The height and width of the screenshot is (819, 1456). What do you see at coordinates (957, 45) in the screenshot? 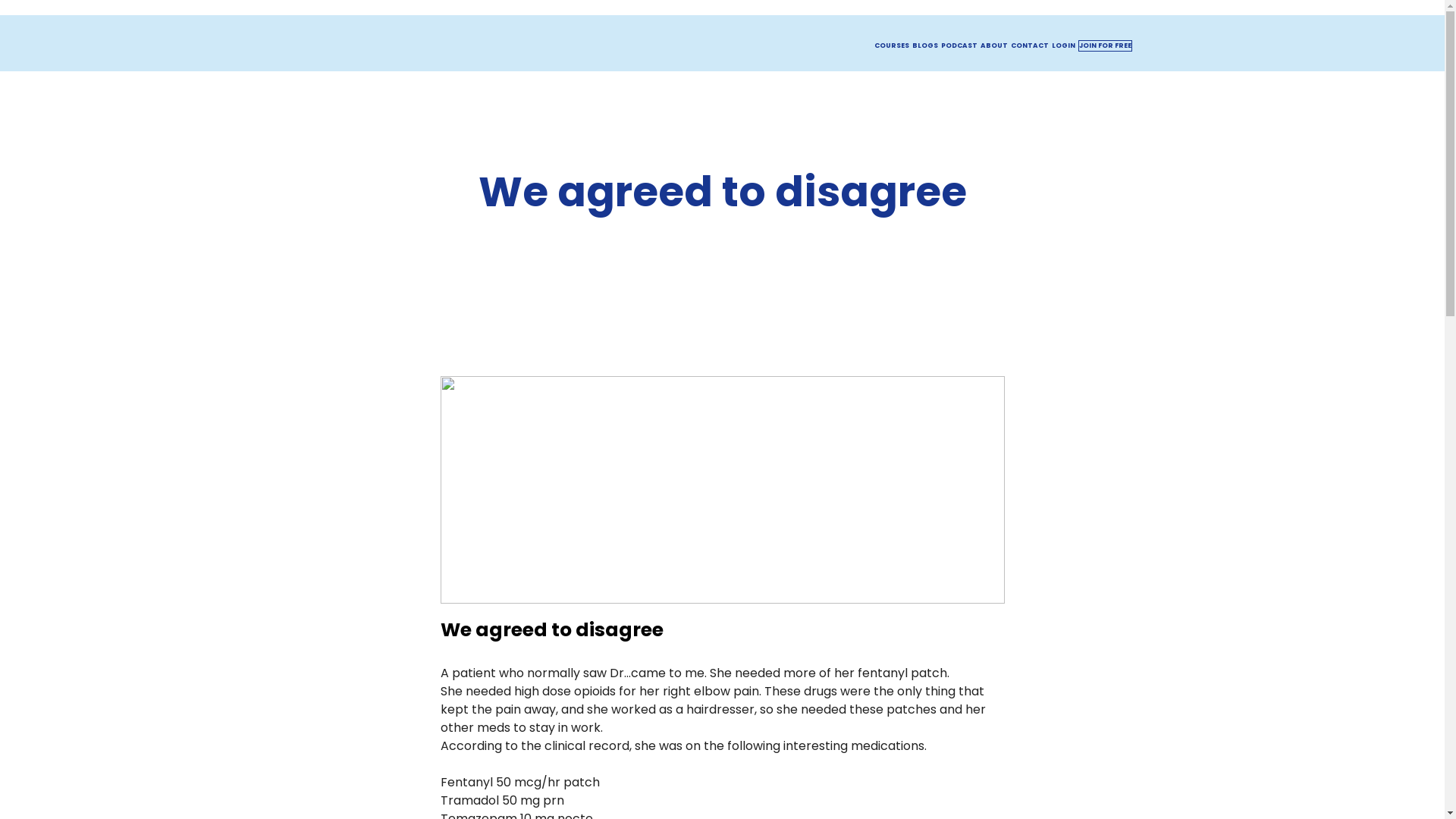
I see `'PODCAST'` at bounding box center [957, 45].